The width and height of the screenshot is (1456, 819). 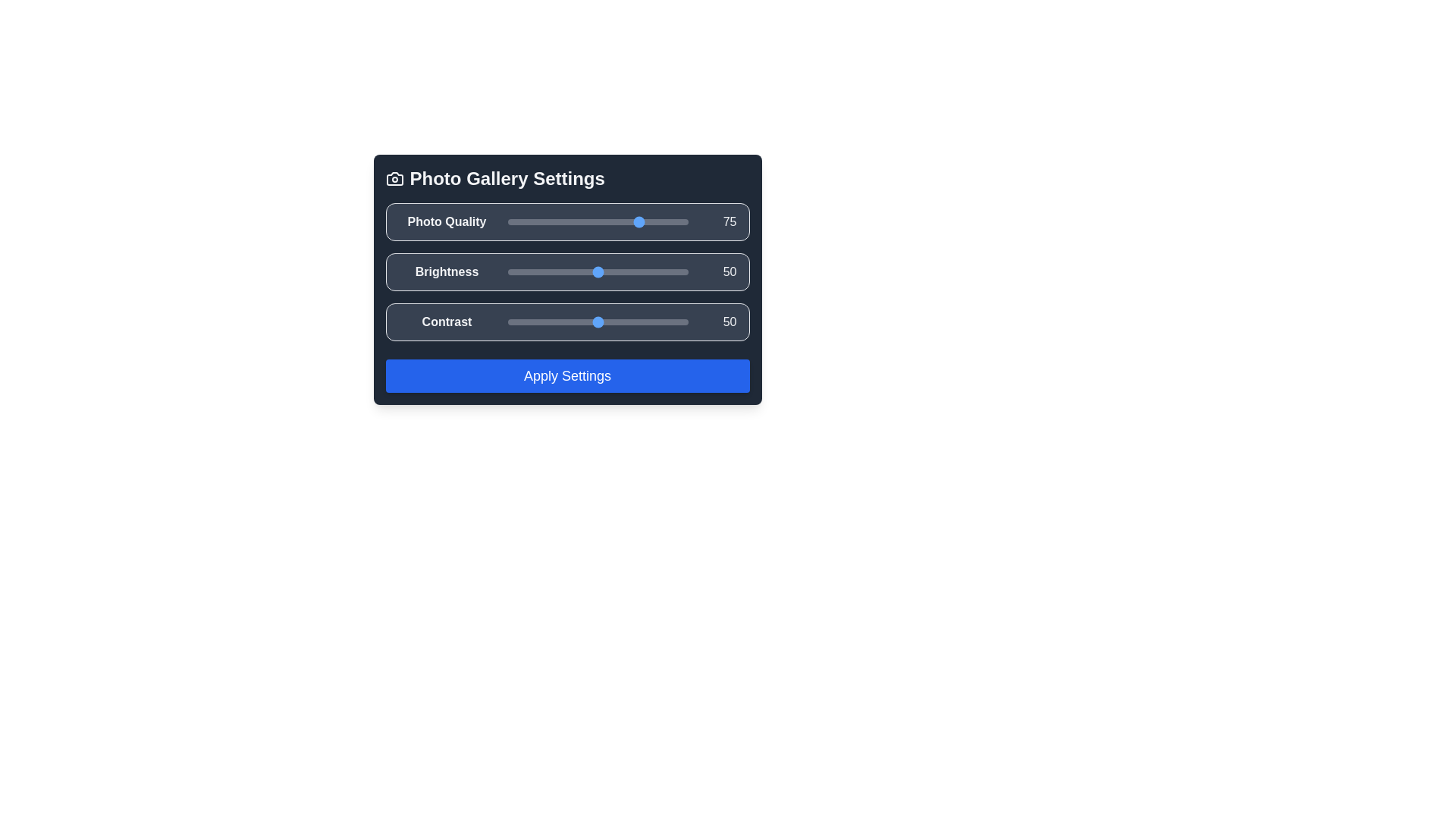 What do you see at coordinates (516, 321) in the screenshot?
I see `the contrast` at bounding box center [516, 321].